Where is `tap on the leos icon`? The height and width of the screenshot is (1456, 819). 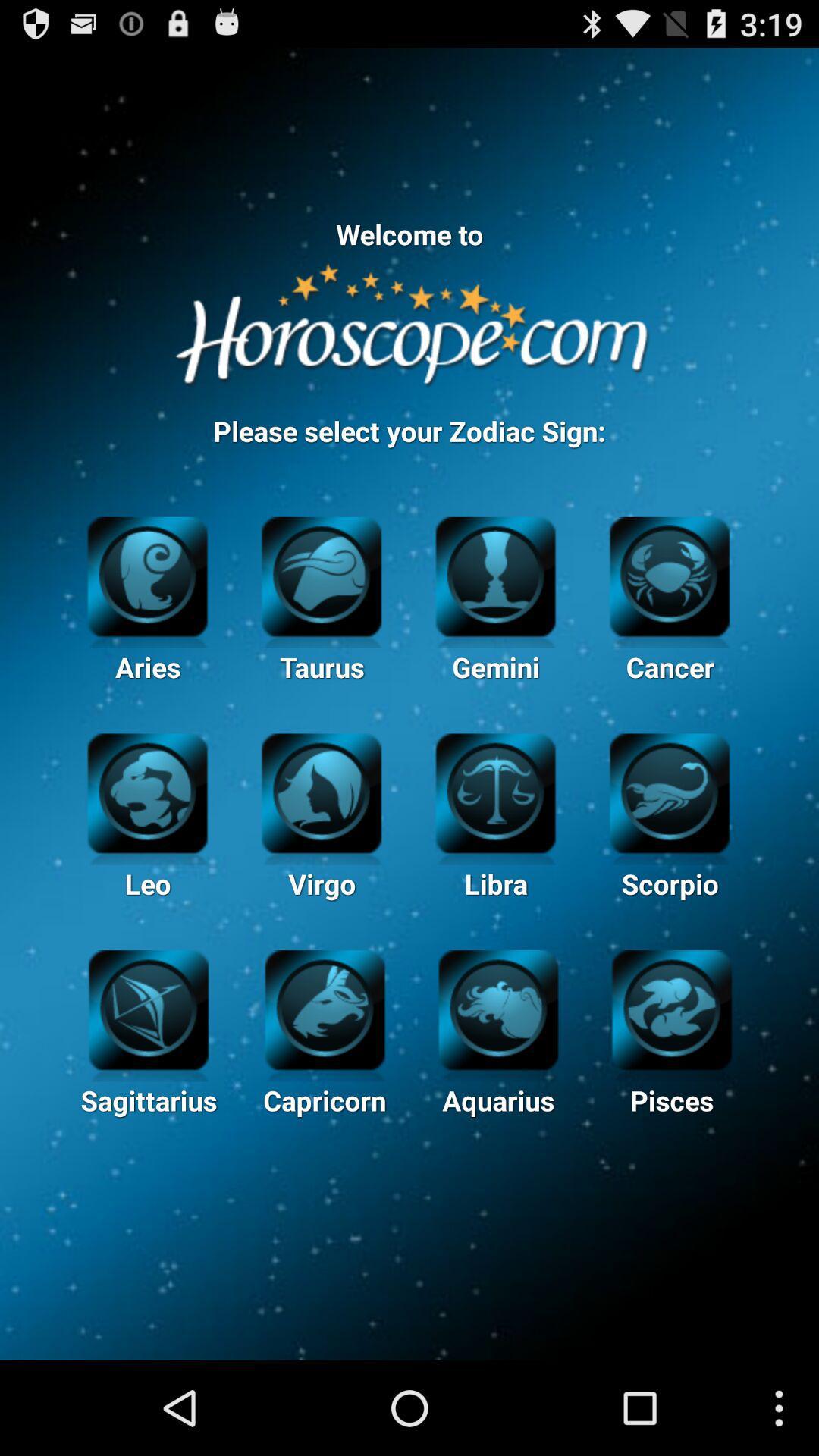
tap on the leos icon is located at coordinates (147, 799).